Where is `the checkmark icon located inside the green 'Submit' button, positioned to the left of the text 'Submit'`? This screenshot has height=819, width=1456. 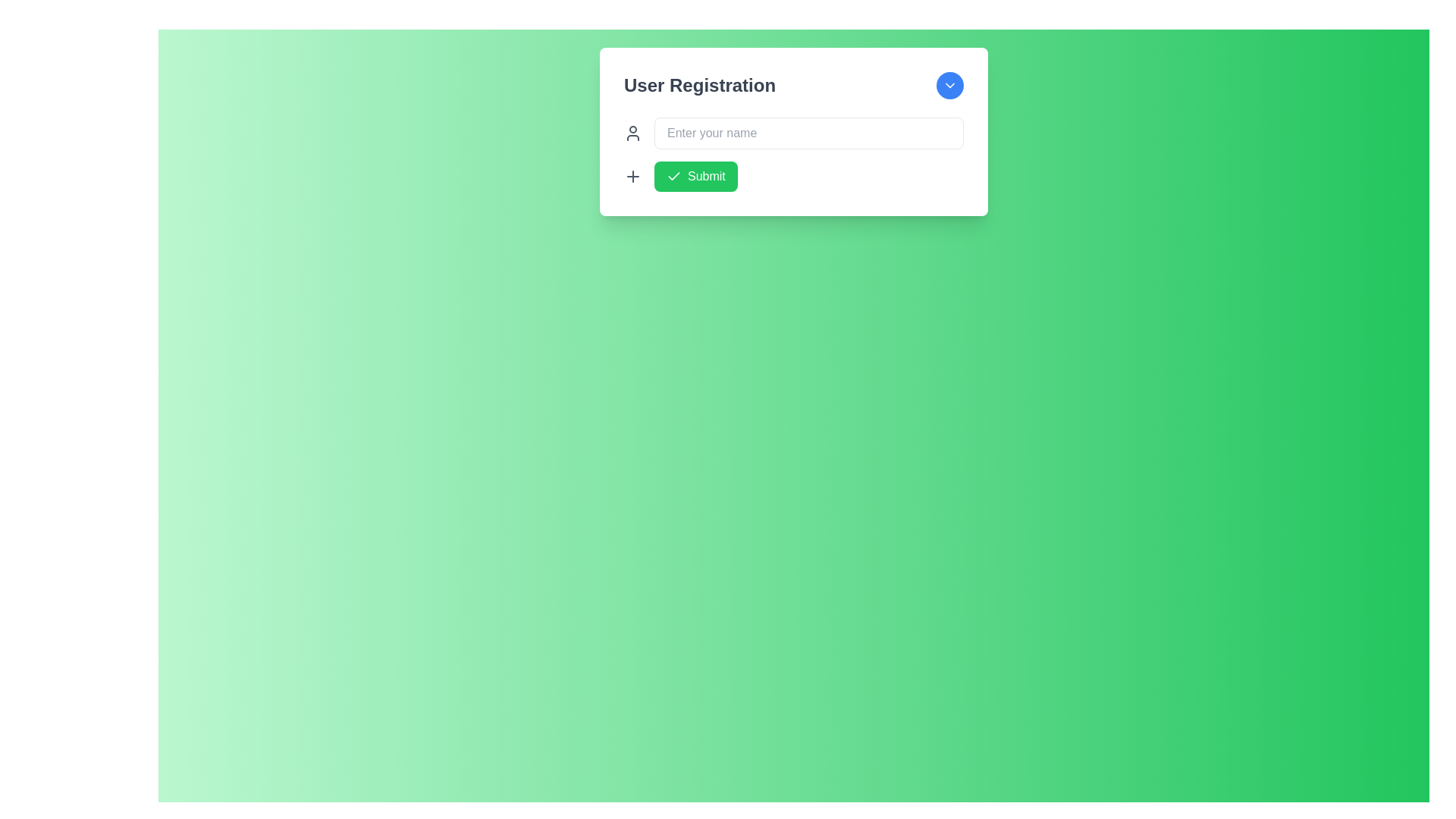 the checkmark icon located inside the green 'Submit' button, positioned to the left of the text 'Submit' is located at coordinates (673, 175).